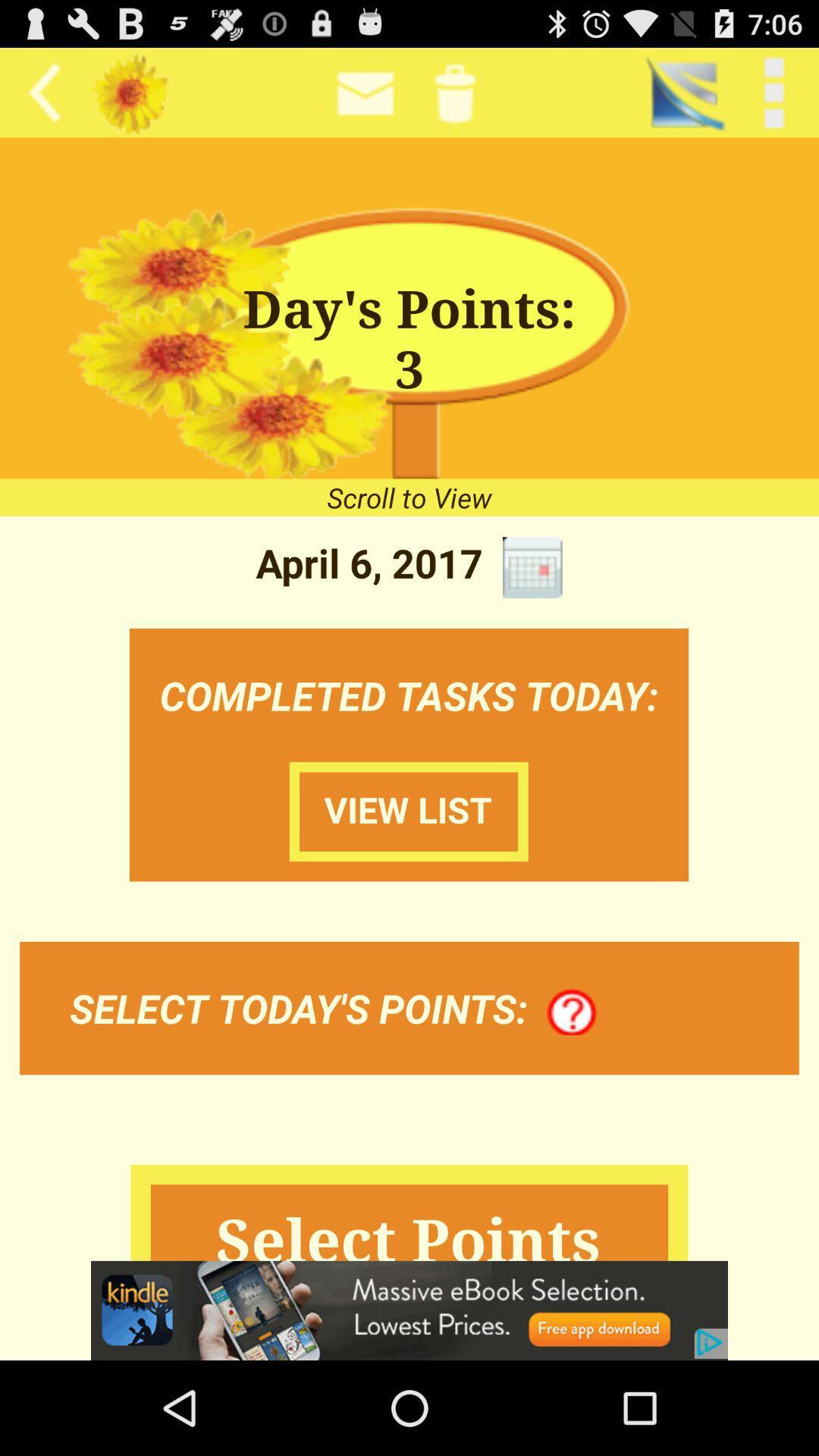 This screenshot has width=819, height=1456. I want to click on the view list, so click(408, 811).